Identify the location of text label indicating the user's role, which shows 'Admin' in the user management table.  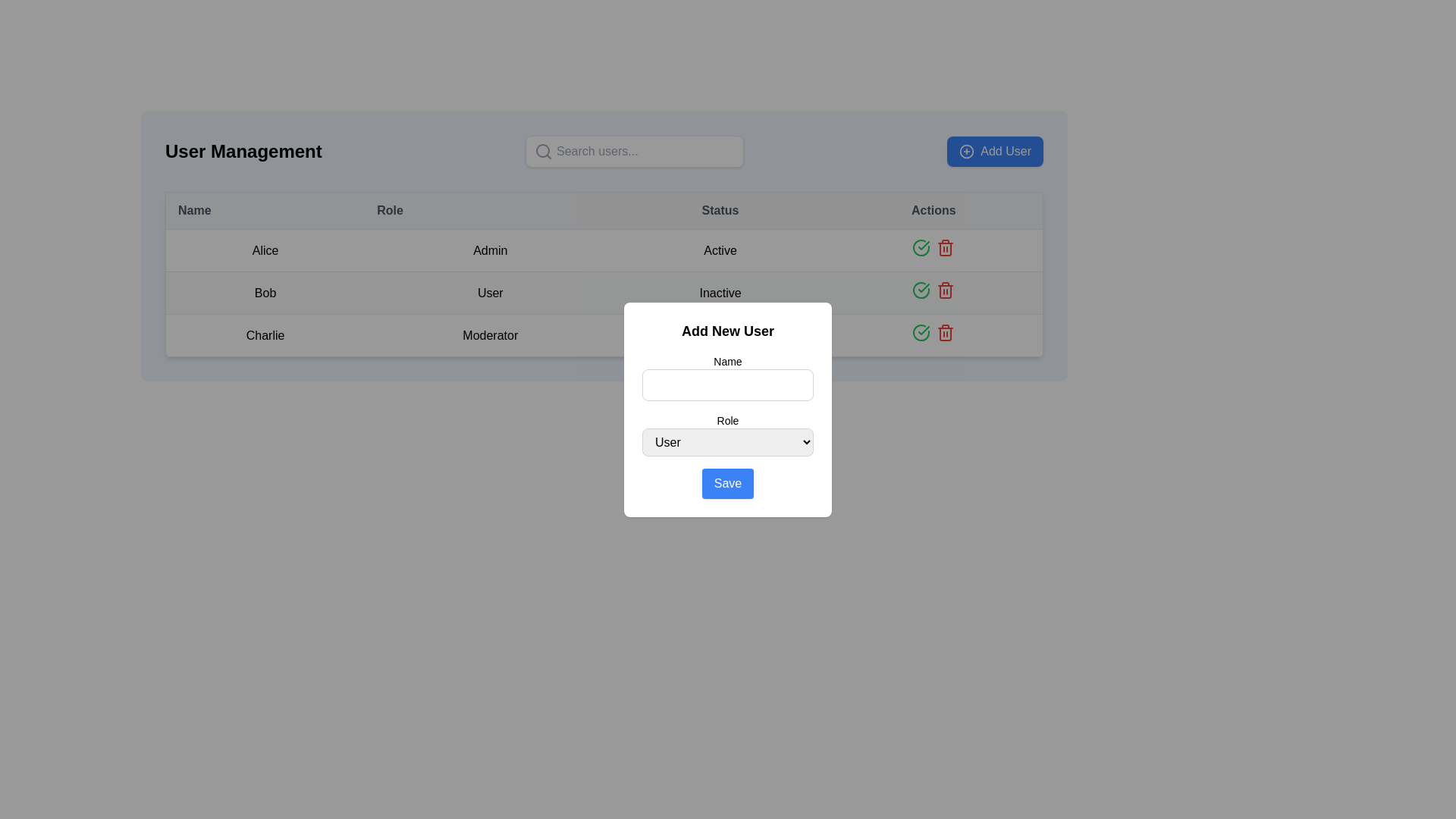
(490, 249).